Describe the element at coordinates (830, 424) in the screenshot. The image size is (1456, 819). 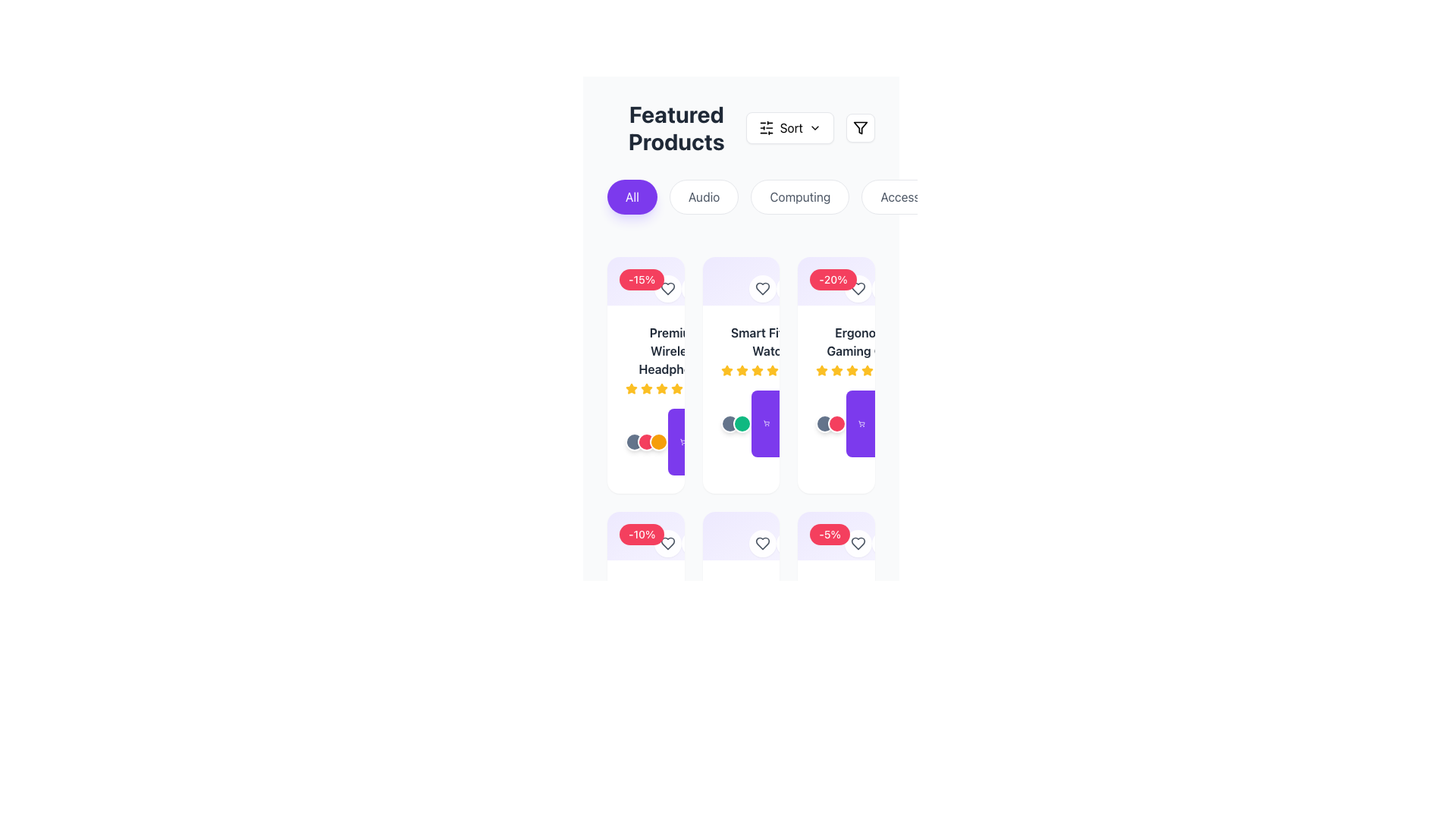
I see `the red circular option in the toggle selection component located above the 'Add to Cart' button on the rightmost product card` at that location.